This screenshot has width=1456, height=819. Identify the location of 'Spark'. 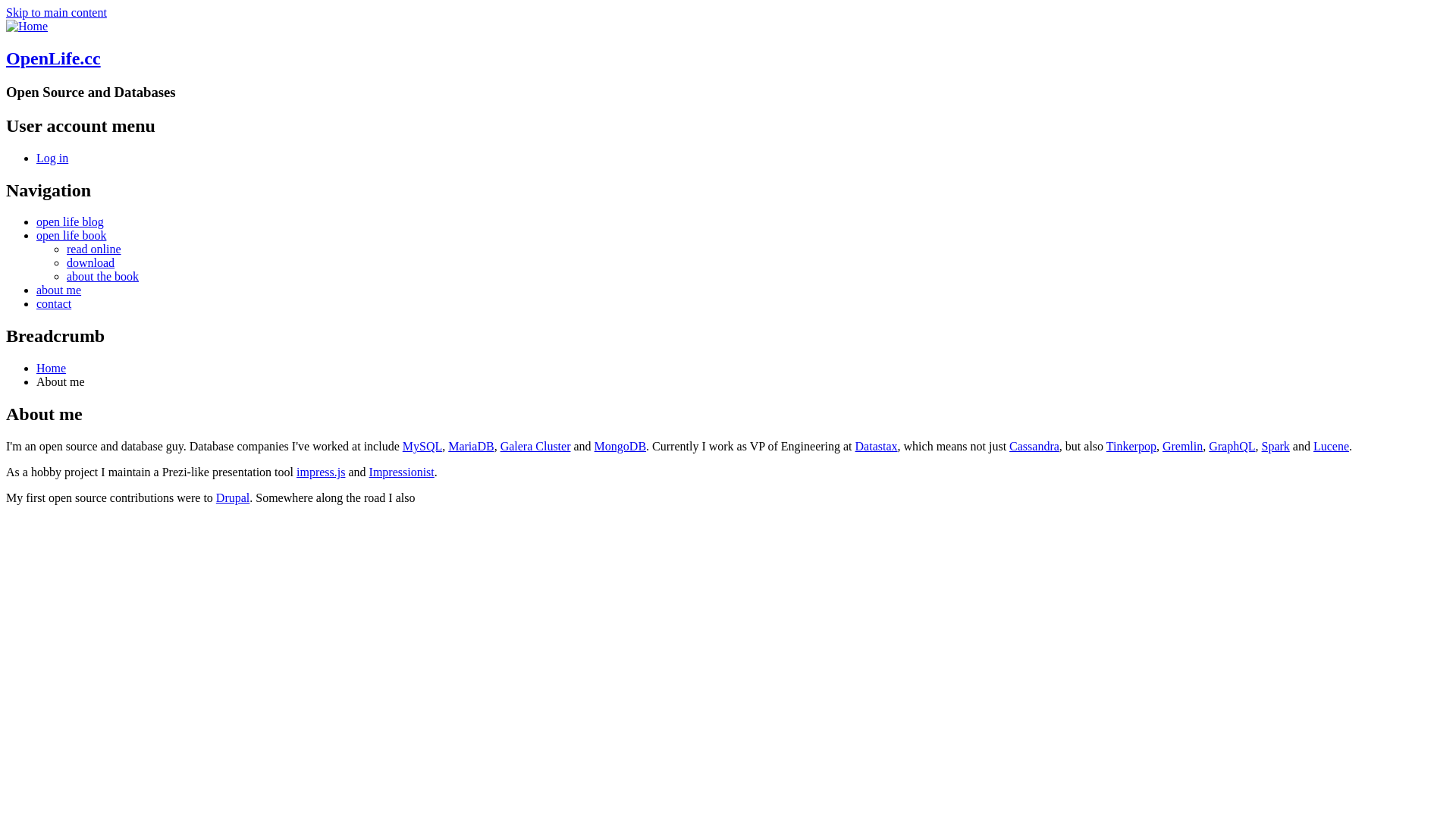
(1262, 445).